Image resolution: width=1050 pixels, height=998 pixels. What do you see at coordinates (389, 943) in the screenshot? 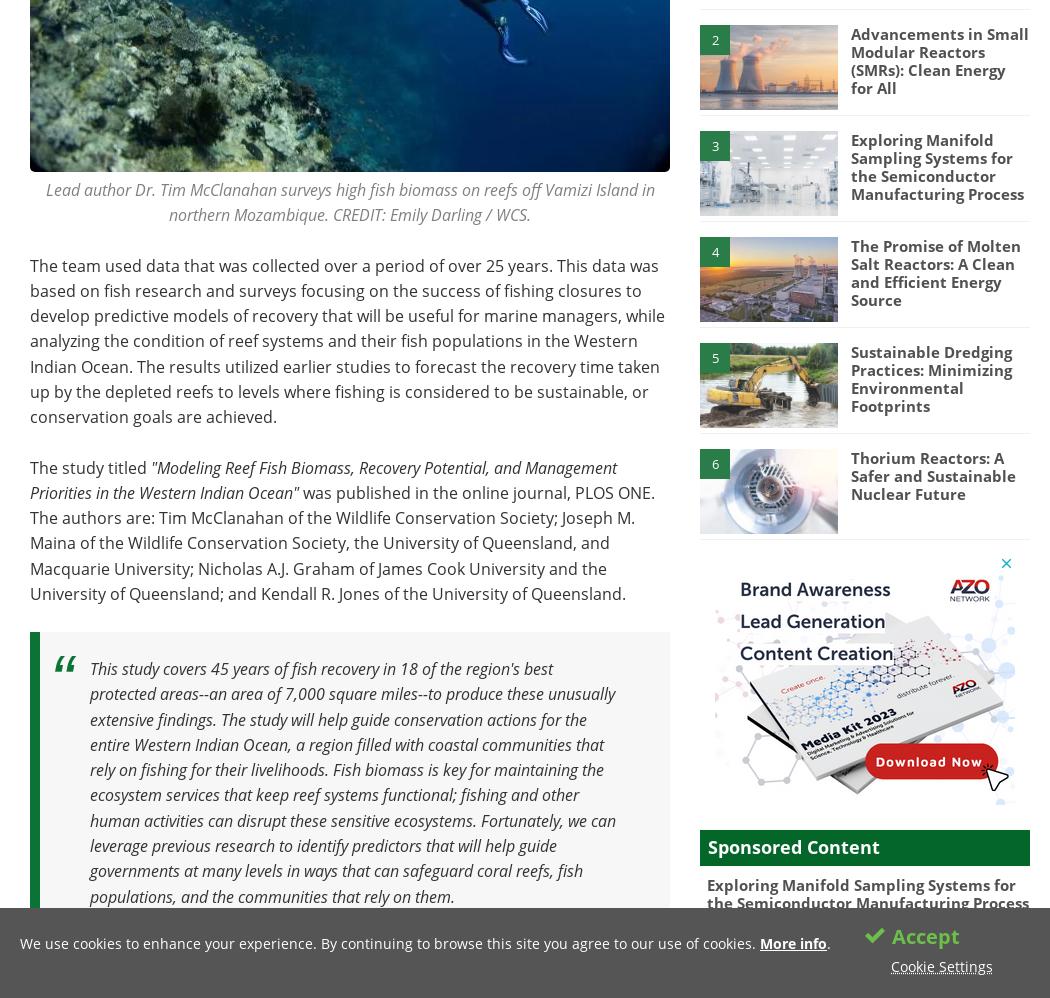
I see `'We use cookies to enhance your experience. By continuing to browse this site you agree to our use of cookies.'` at bounding box center [389, 943].